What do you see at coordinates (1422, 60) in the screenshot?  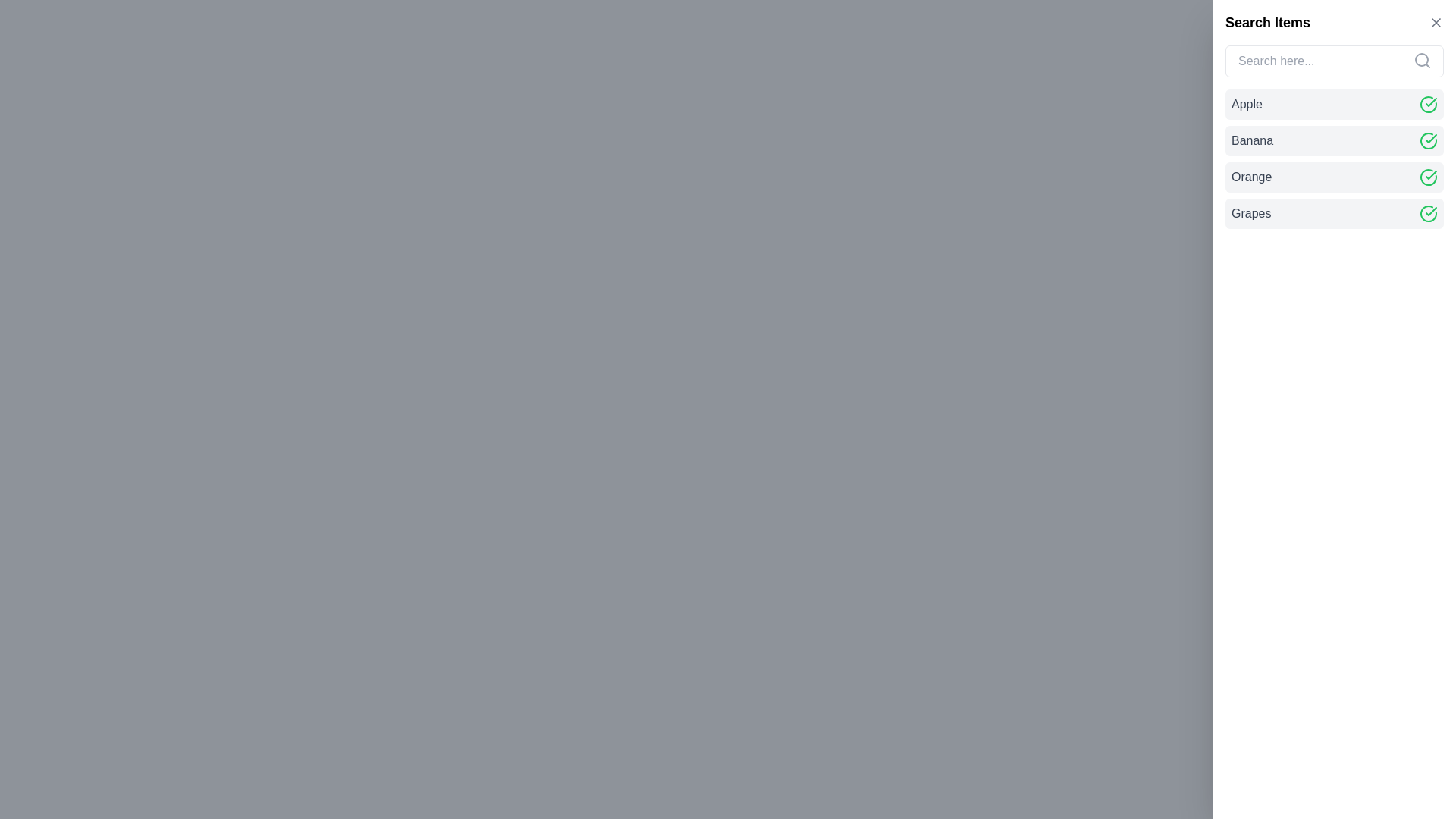 I see `the magnifying glass icon, which is located at the top-right of the search input field` at bounding box center [1422, 60].